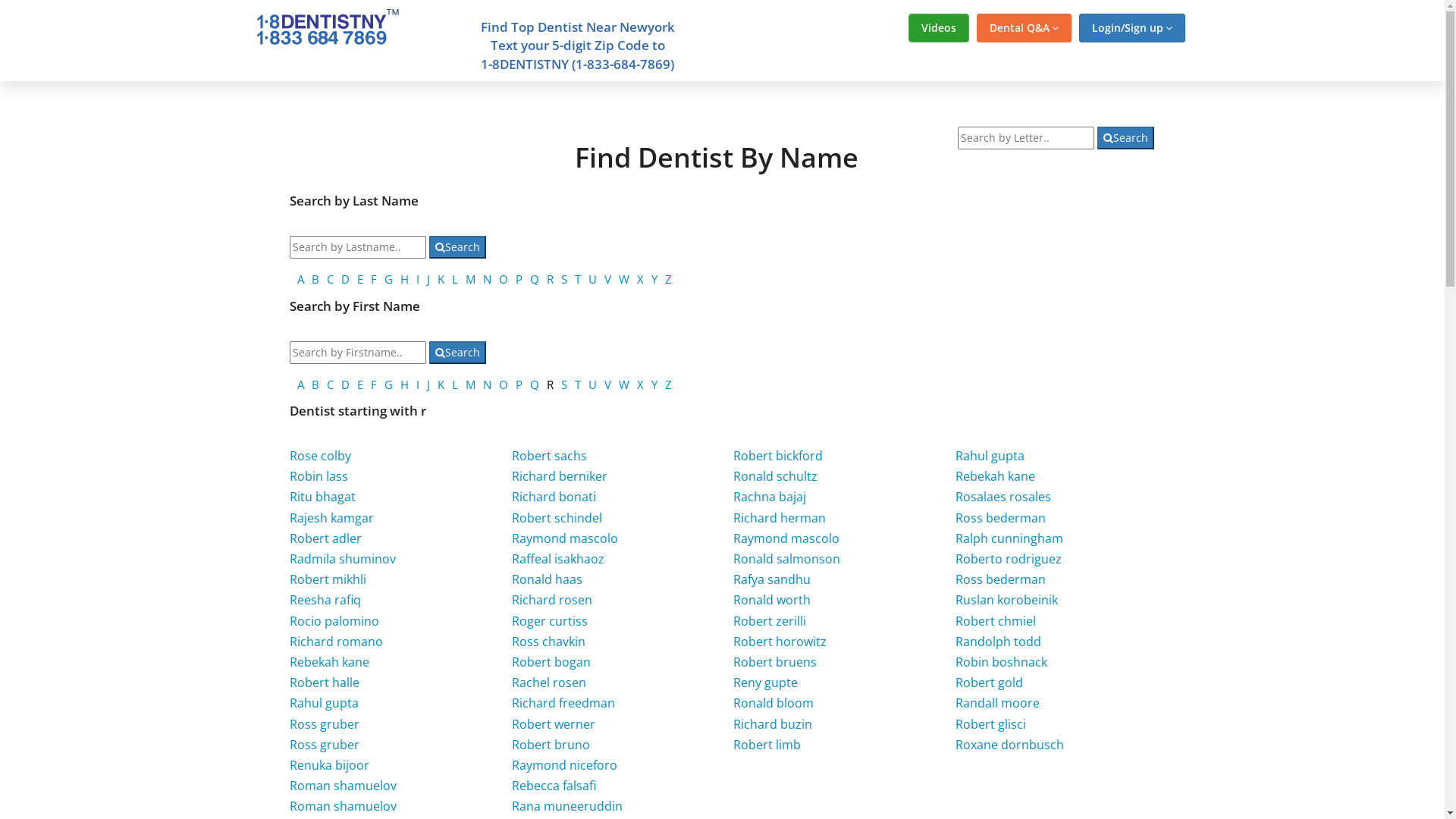  Describe the element at coordinates (548, 620) in the screenshot. I see `'Roger curtiss'` at that location.